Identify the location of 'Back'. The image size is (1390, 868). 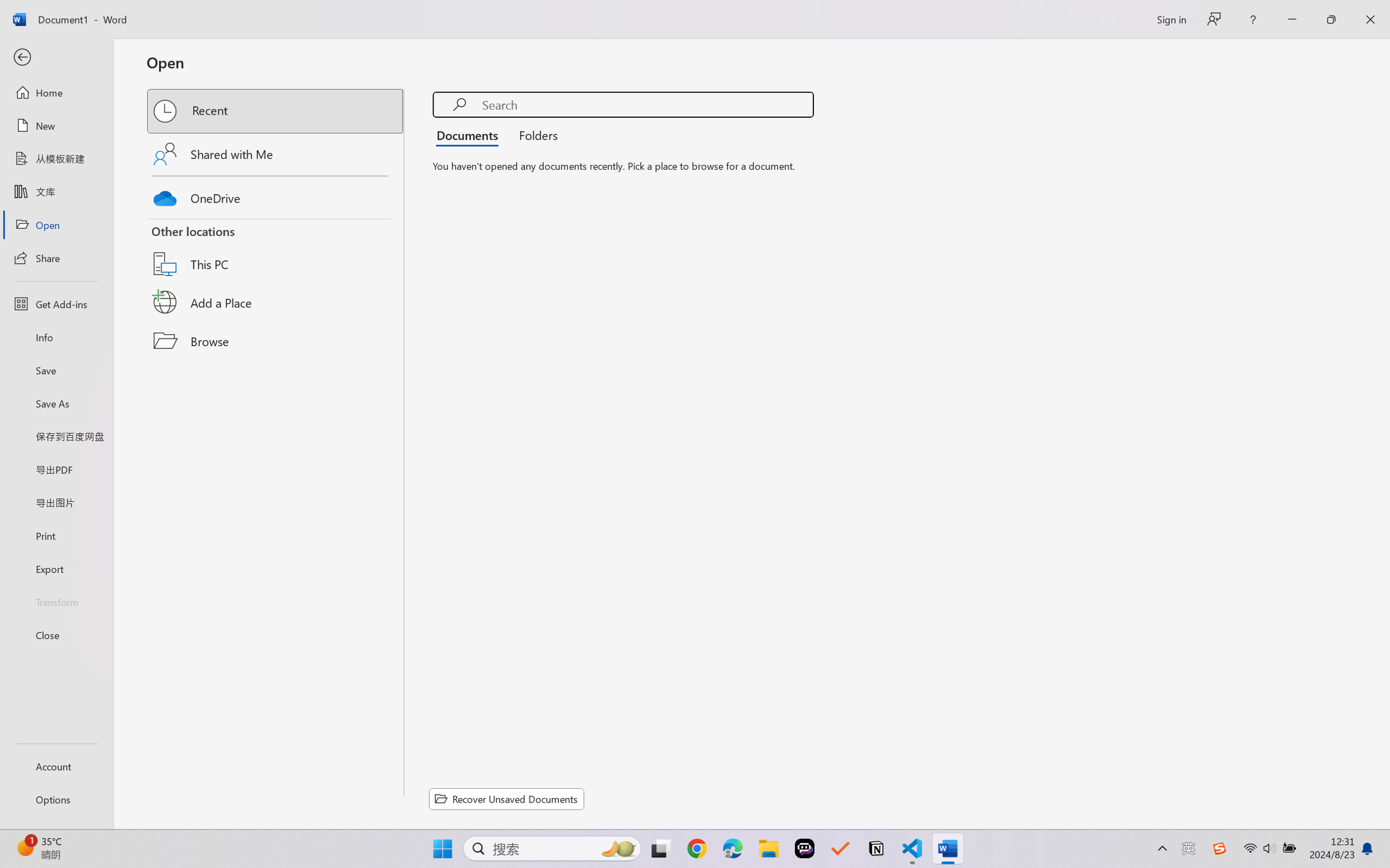
(56, 57).